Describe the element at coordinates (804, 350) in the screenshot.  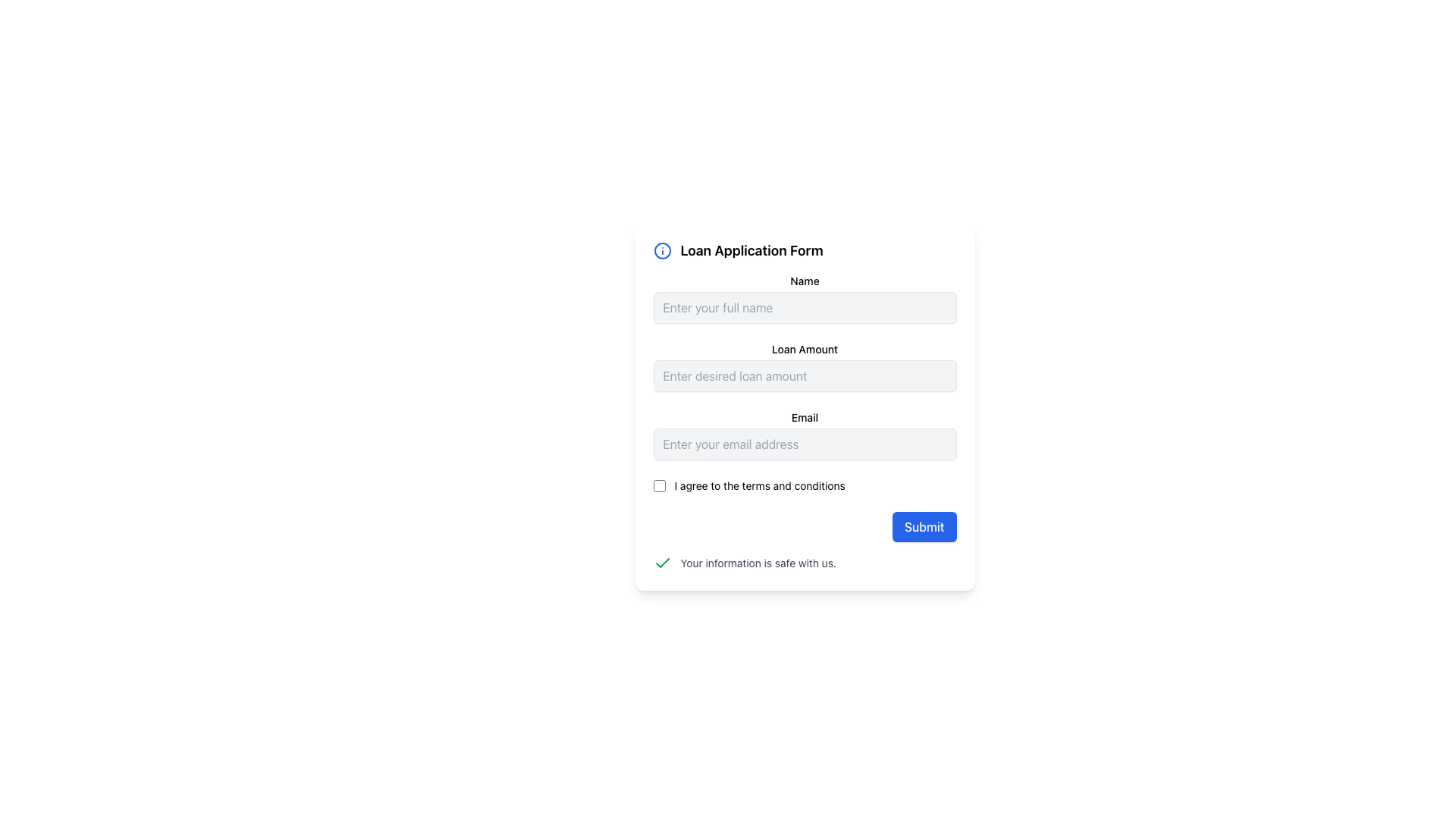
I see `the Text label that describes the input field for the desired loan amount in the Loan Application Form` at that location.